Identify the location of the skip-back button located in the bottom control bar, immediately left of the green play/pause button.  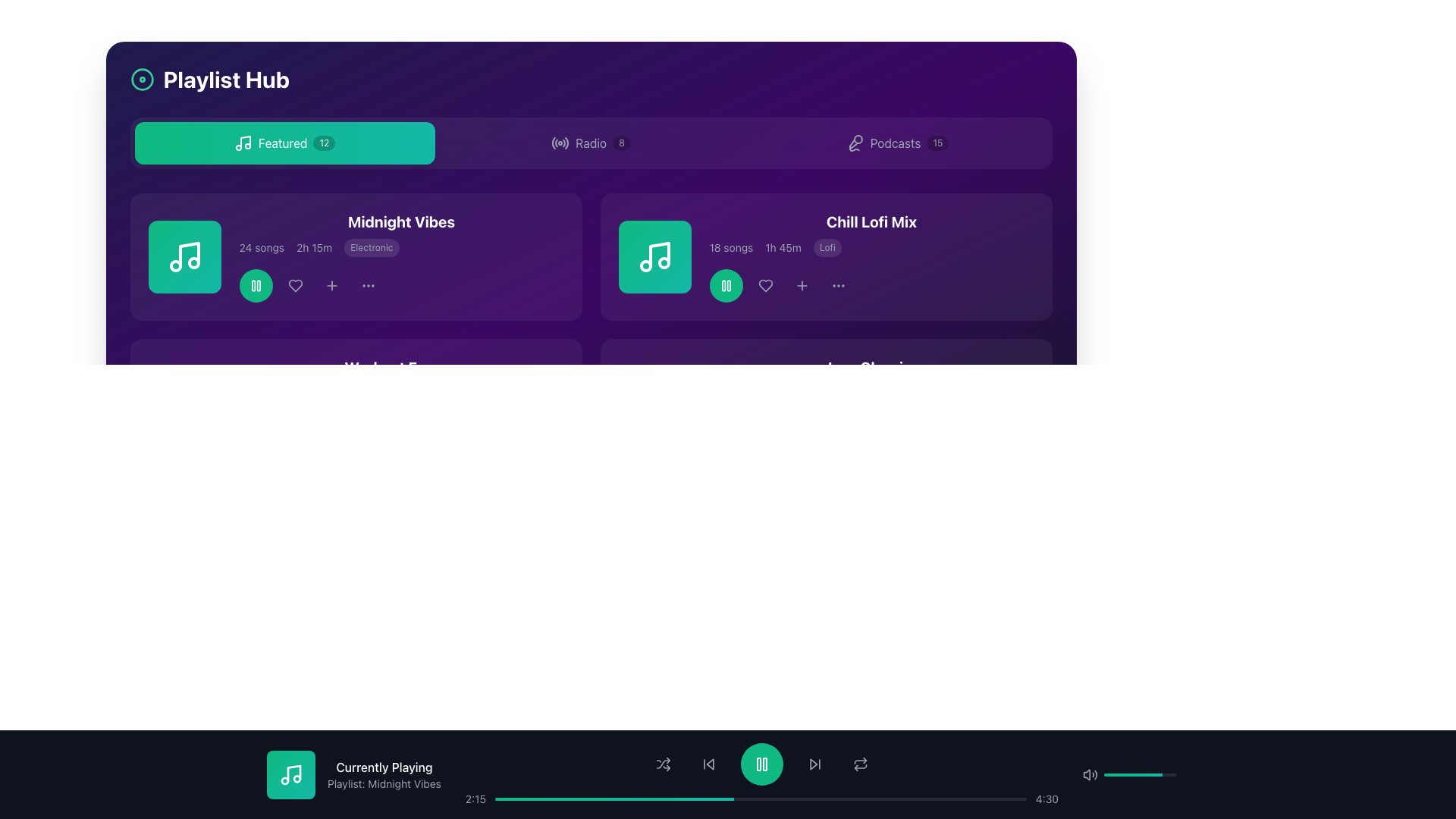
(708, 764).